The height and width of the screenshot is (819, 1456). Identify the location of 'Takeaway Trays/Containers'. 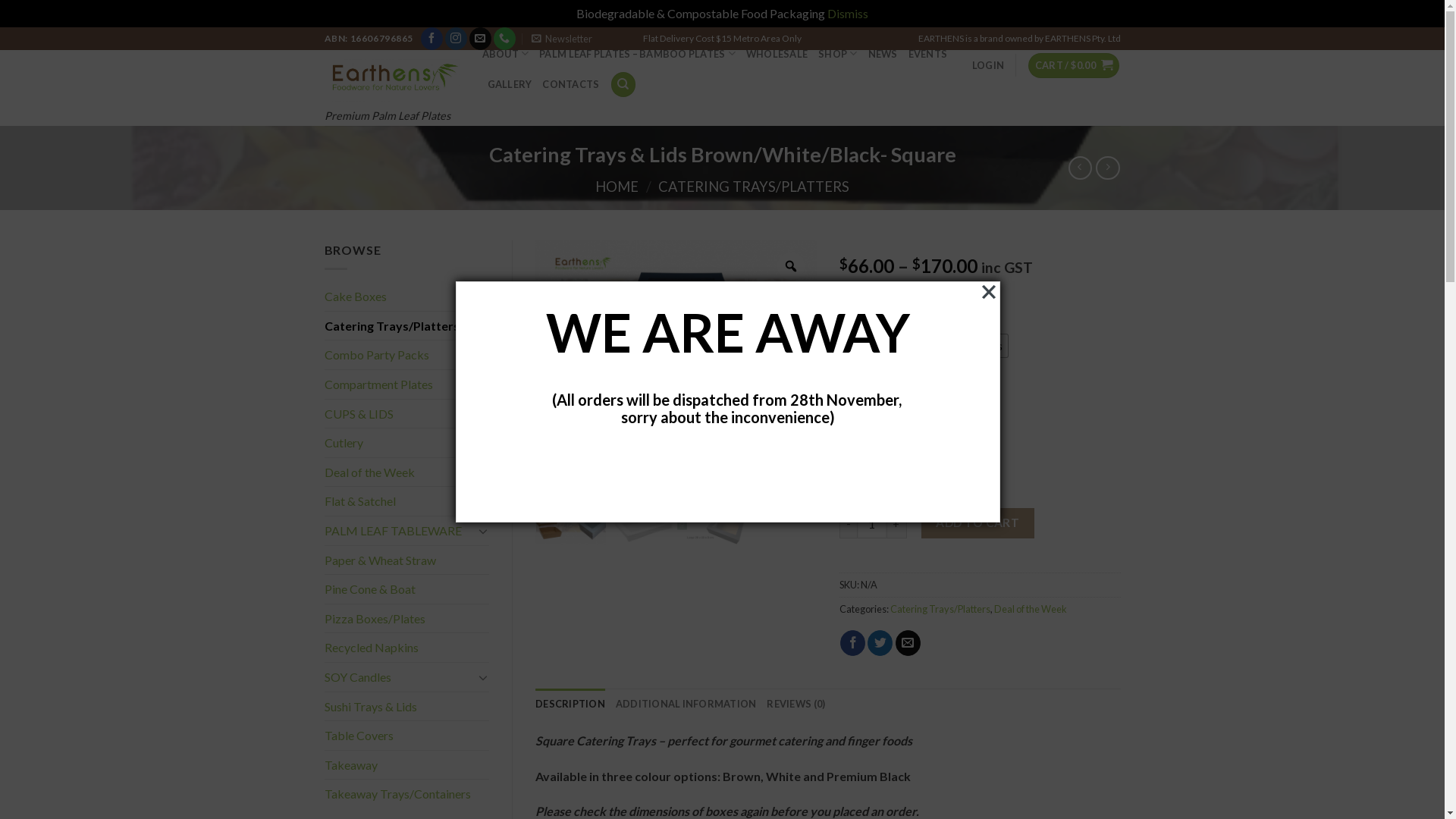
(407, 792).